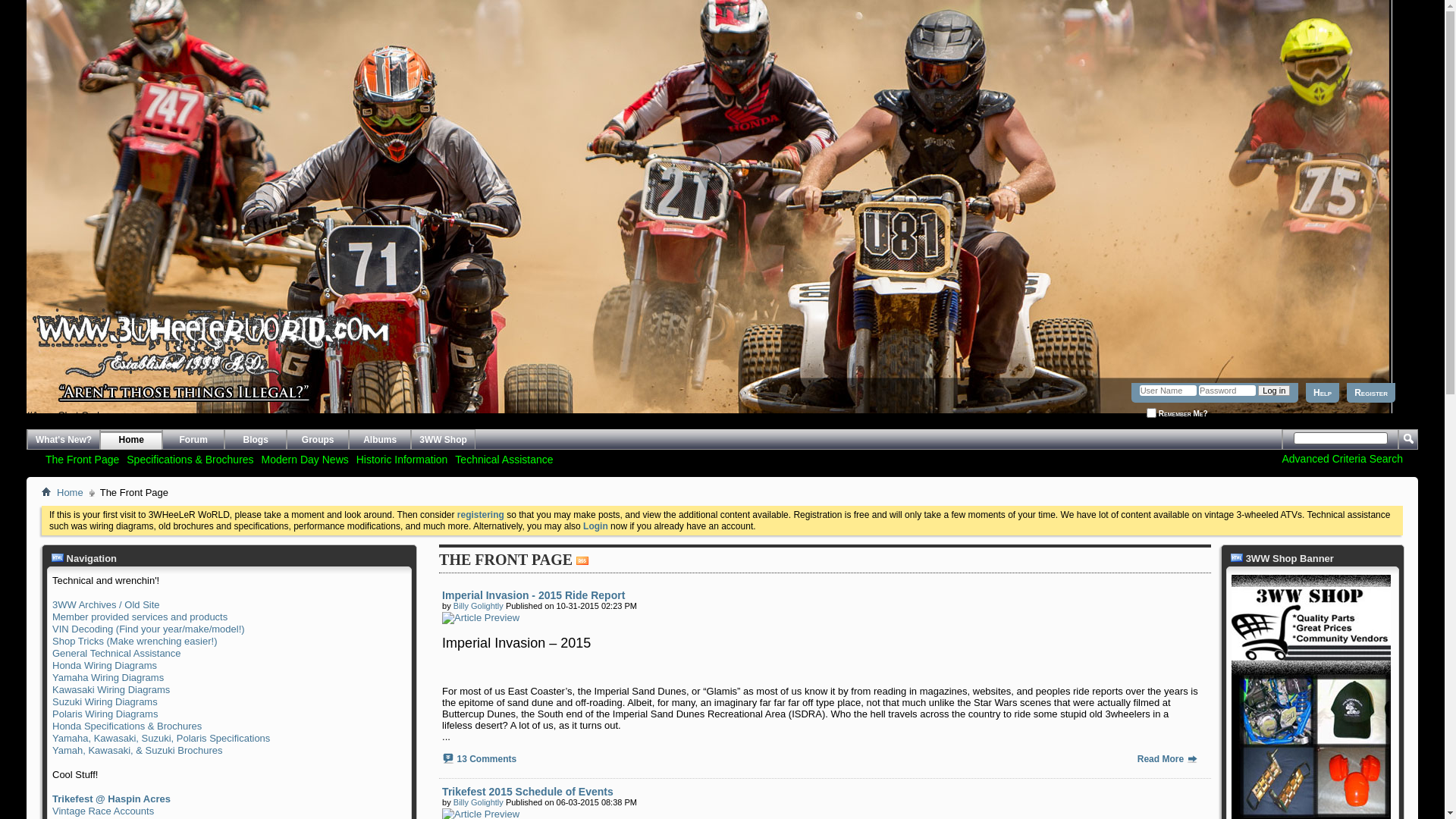  Describe the element at coordinates (1137, 759) in the screenshot. I see `'Read More'` at that location.